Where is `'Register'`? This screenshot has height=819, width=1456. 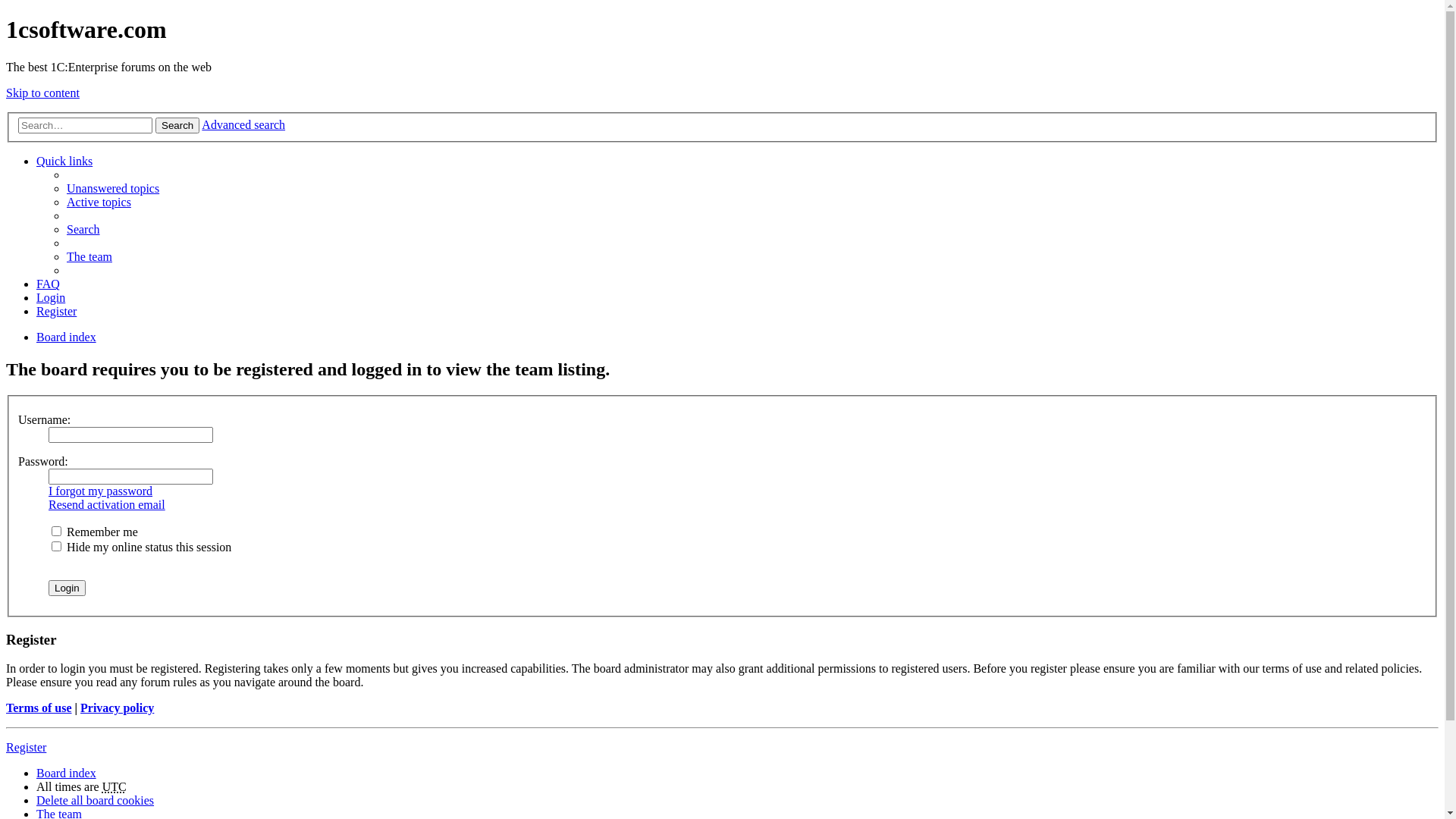 'Register' is located at coordinates (26, 746).